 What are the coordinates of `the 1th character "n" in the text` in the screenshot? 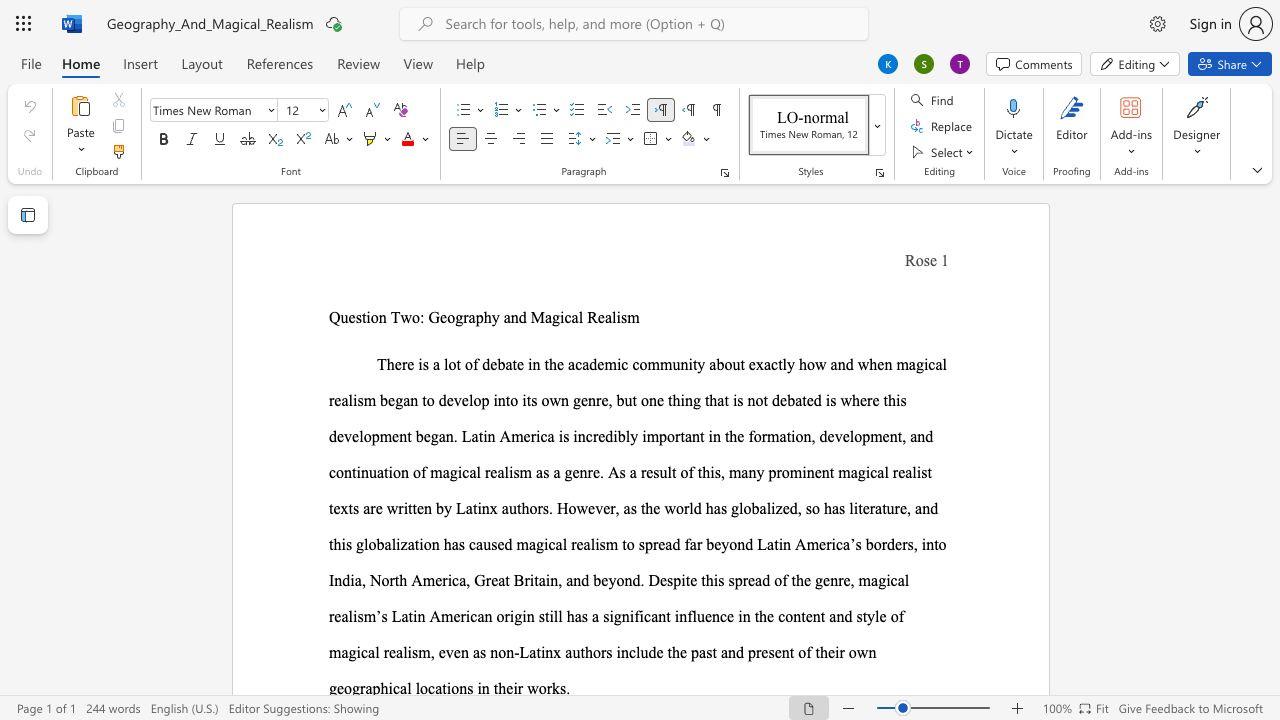 It's located at (624, 615).